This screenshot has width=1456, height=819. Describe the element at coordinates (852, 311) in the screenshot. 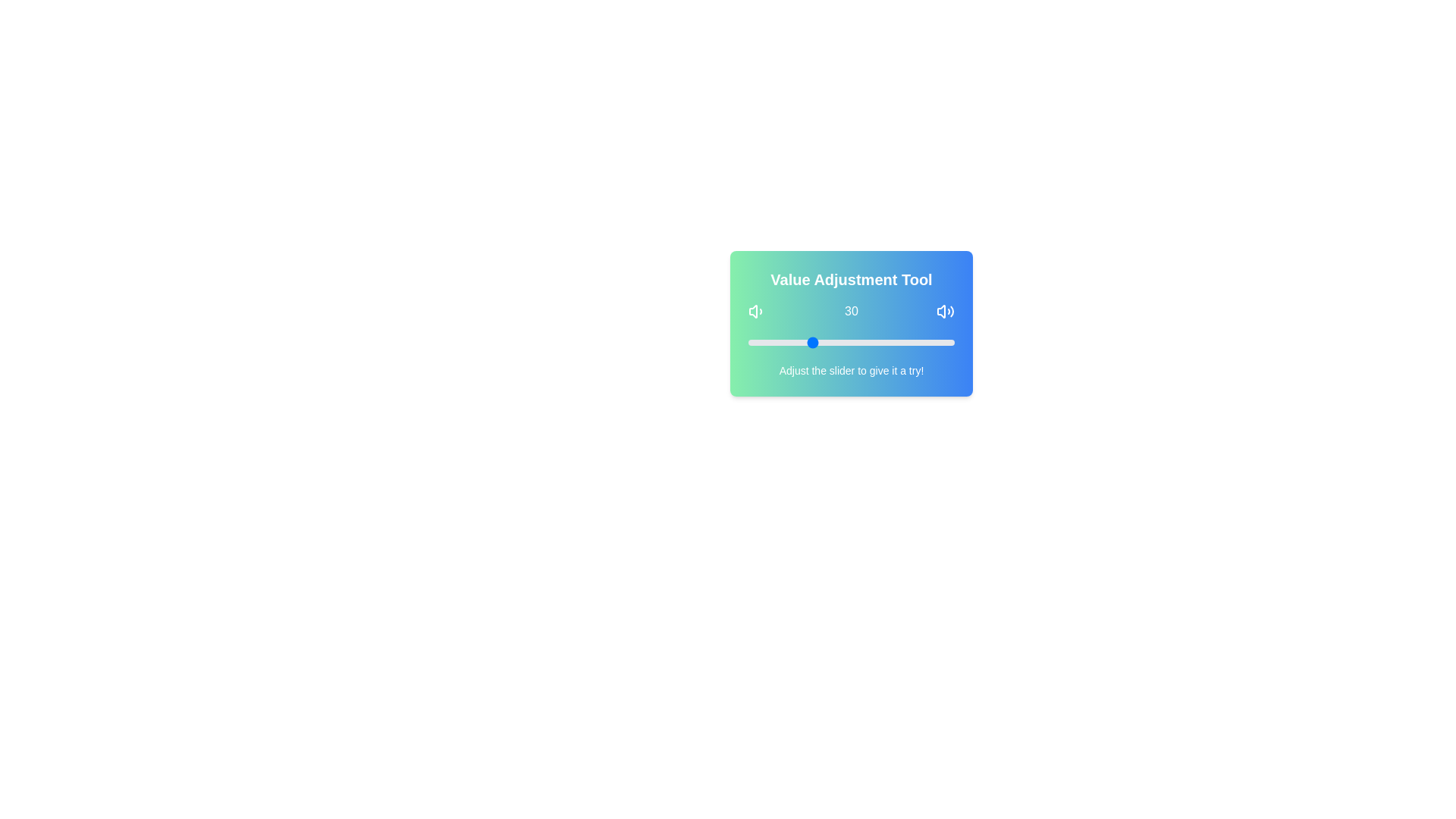

I see `the numeric label displaying '30' in white color, which is centered above a slider control in the user interface` at that location.